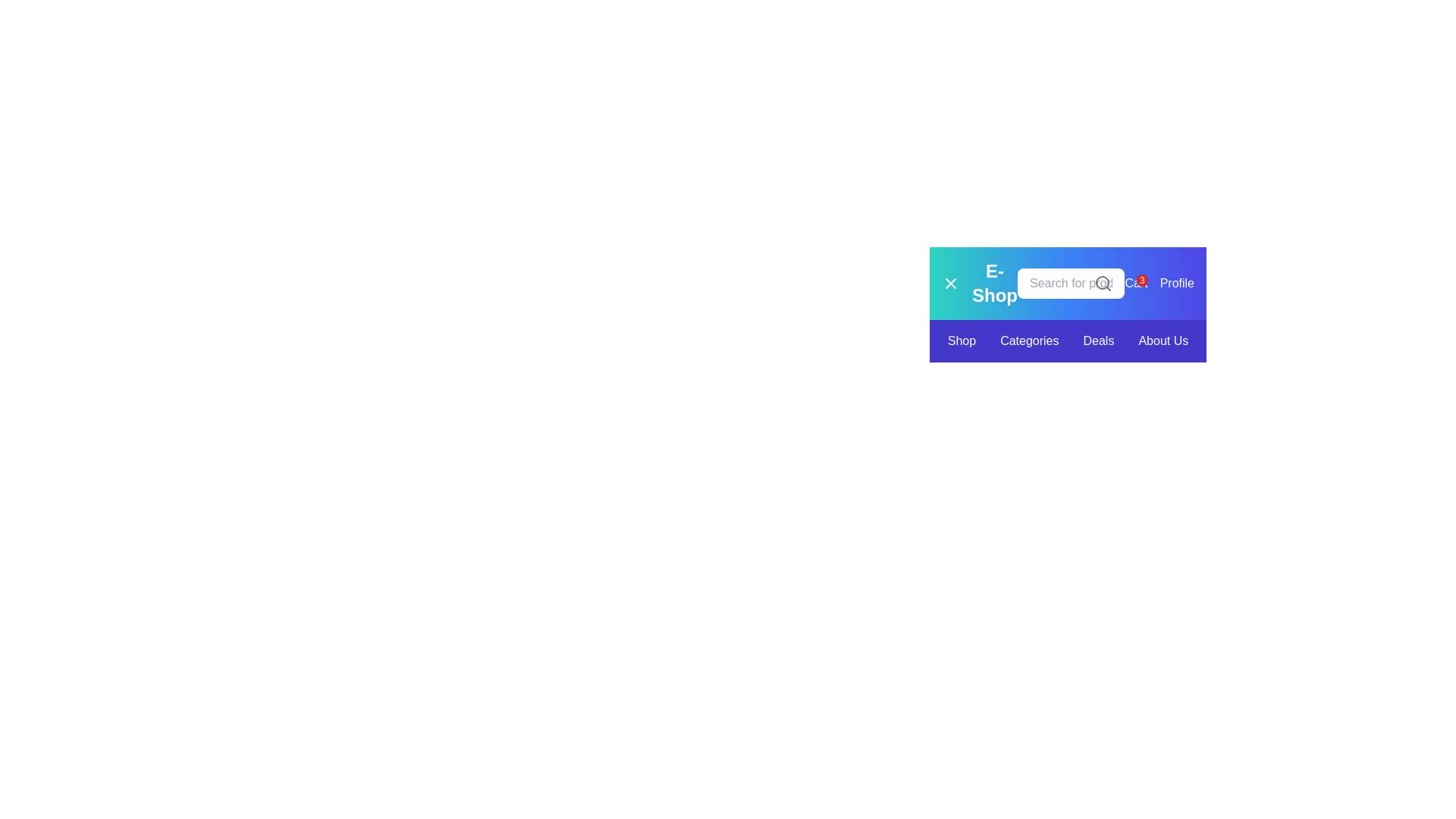 The width and height of the screenshot is (1456, 819). What do you see at coordinates (1070, 284) in the screenshot?
I see `the search input field with placeholder 'Search for products...' to focus on it` at bounding box center [1070, 284].